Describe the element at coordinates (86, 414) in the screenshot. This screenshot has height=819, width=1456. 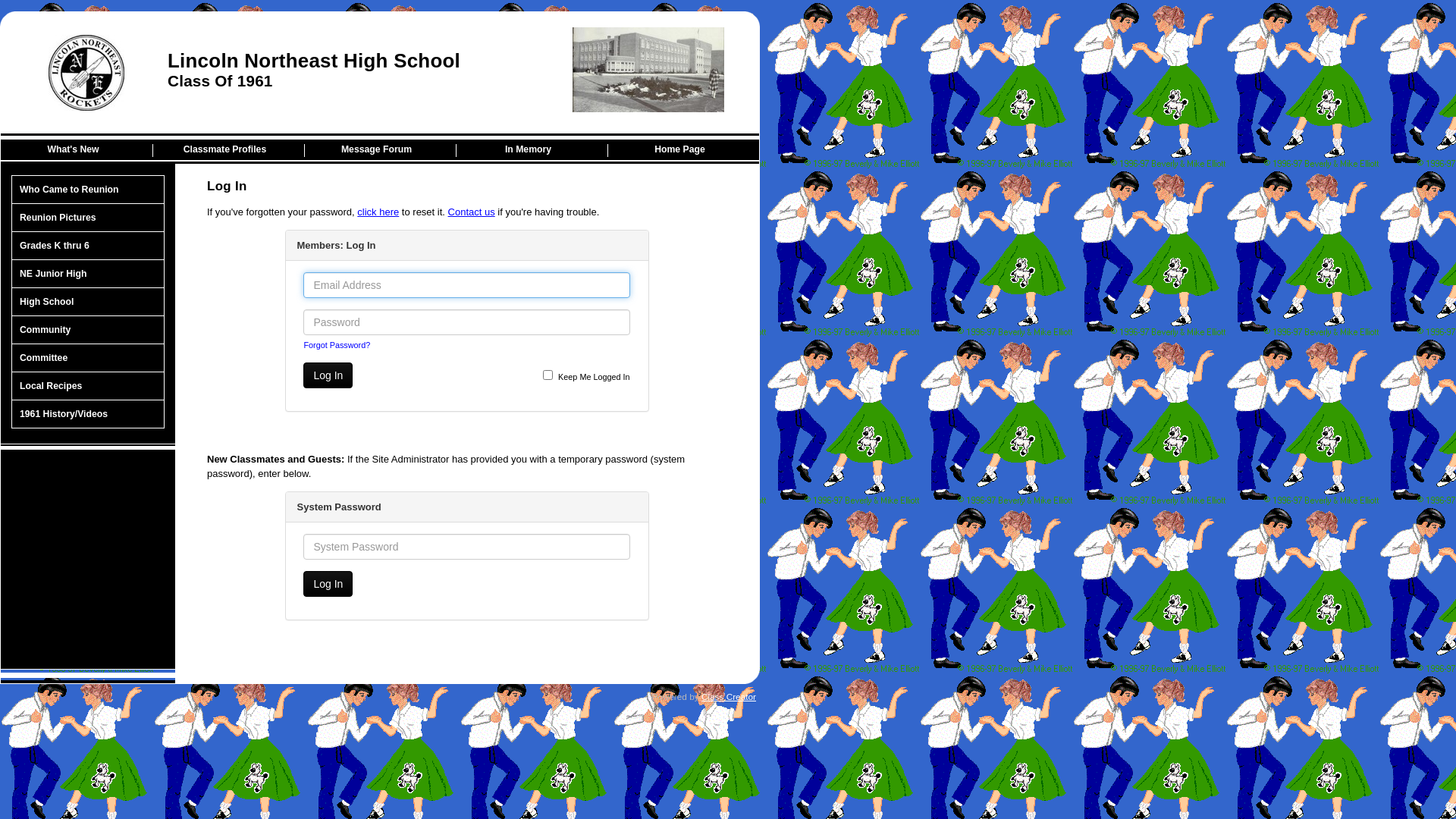
I see `'1961 History/Videos'` at that location.